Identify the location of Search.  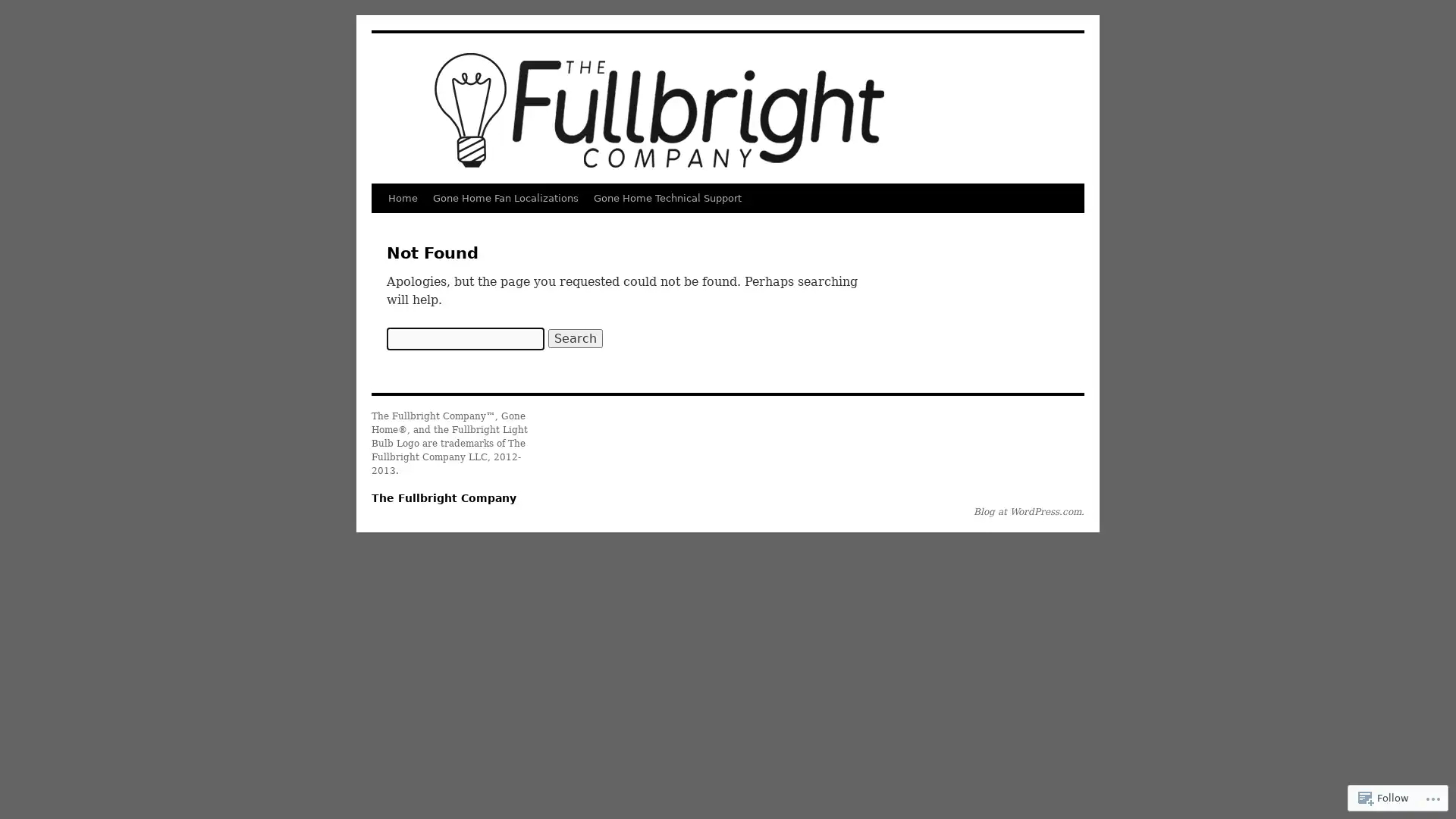
(574, 337).